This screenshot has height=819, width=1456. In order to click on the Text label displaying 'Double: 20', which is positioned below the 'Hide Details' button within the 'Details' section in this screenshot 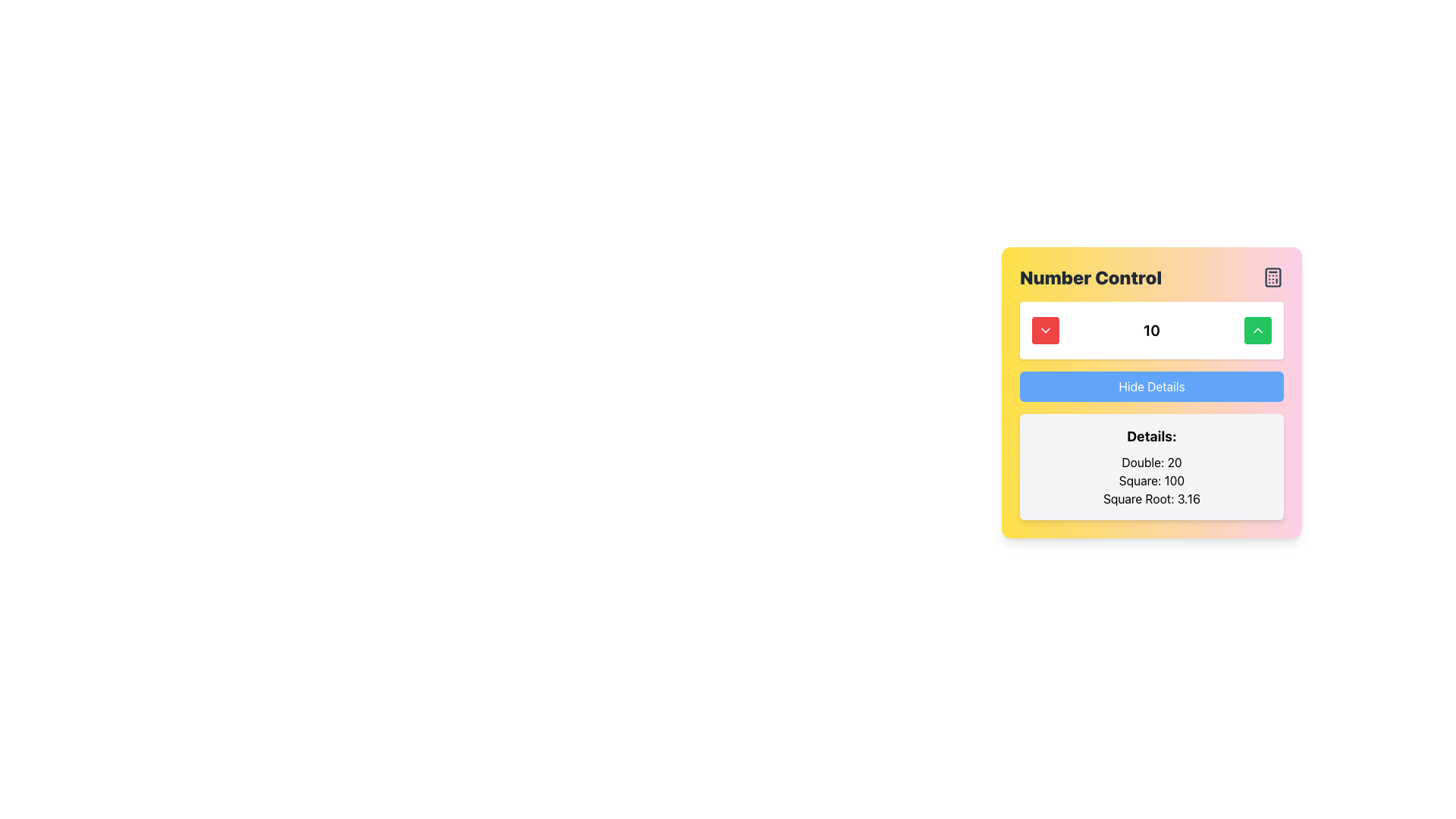, I will do `click(1151, 461)`.